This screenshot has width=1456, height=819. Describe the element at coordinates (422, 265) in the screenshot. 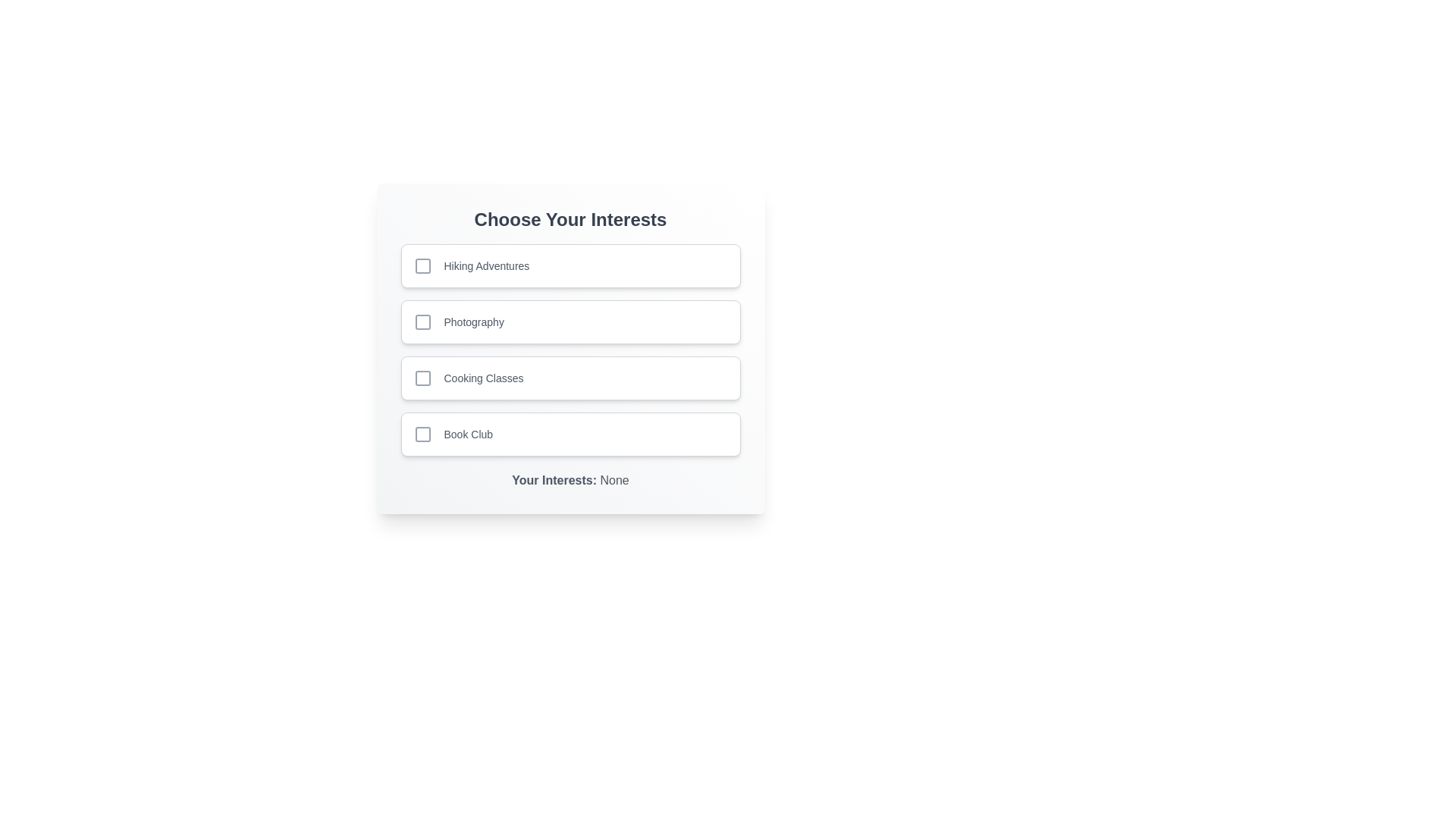

I see `the checkbox for 'Hiking Adventures'` at that location.